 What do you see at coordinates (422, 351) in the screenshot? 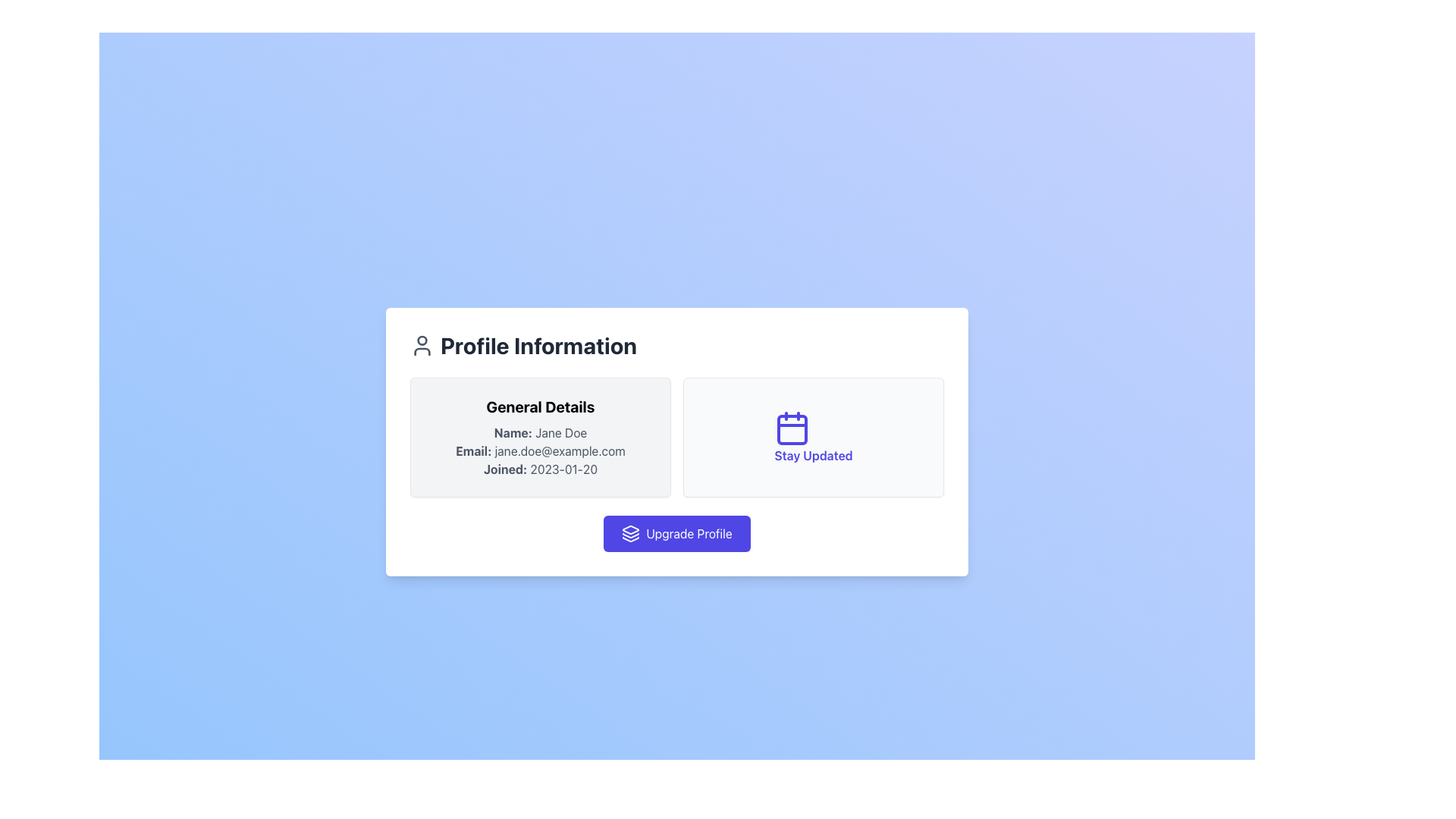
I see `the Icon Component that represents the lower part of a user figure, positioned below the circular head component in the user icon SVG` at bounding box center [422, 351].